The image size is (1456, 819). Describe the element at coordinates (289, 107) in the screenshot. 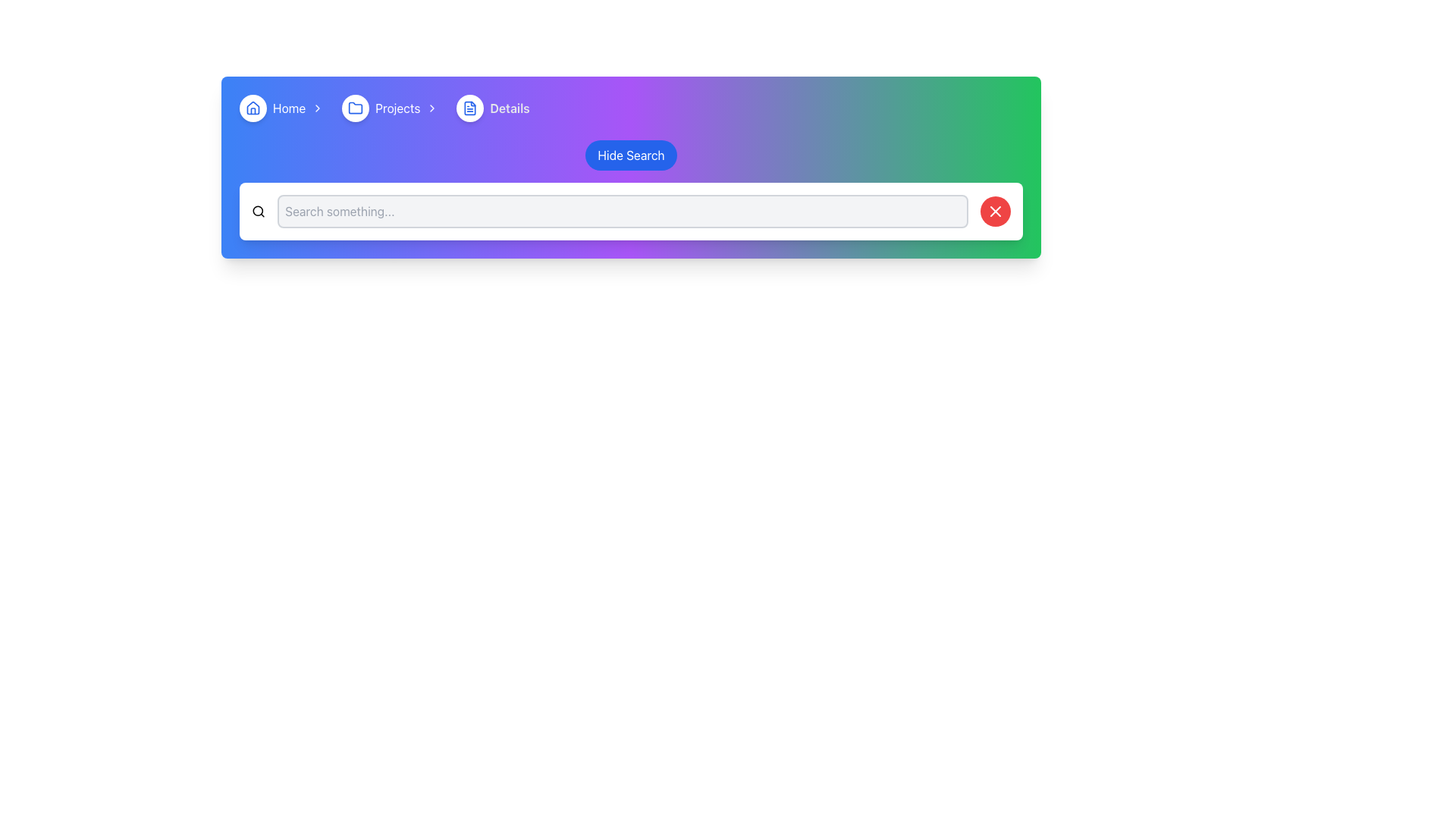

I see `the 'Home' hyperlink` at that location.